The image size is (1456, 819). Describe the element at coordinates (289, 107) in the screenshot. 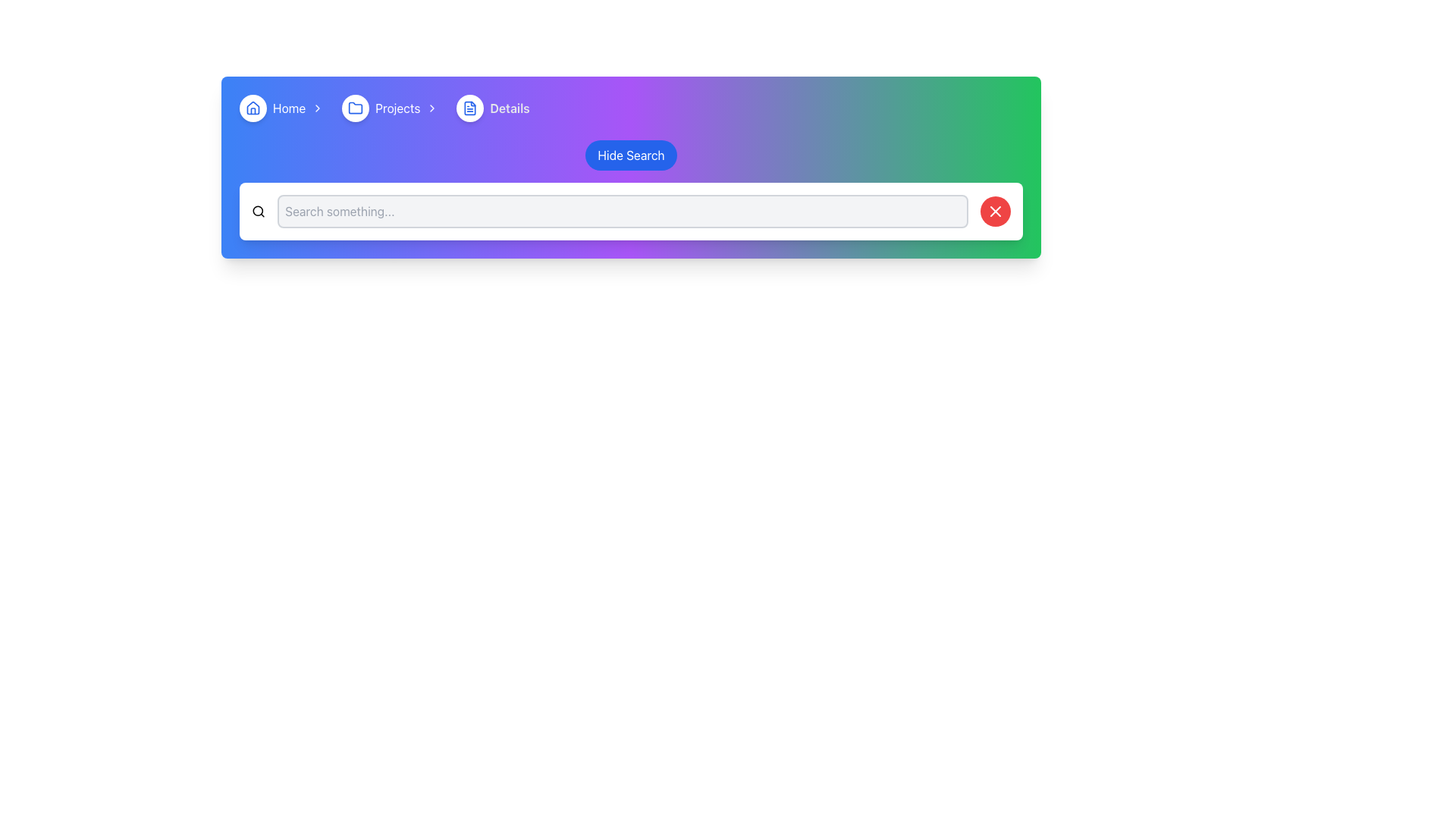

I see `the 'Home' hyperlink` at that location.